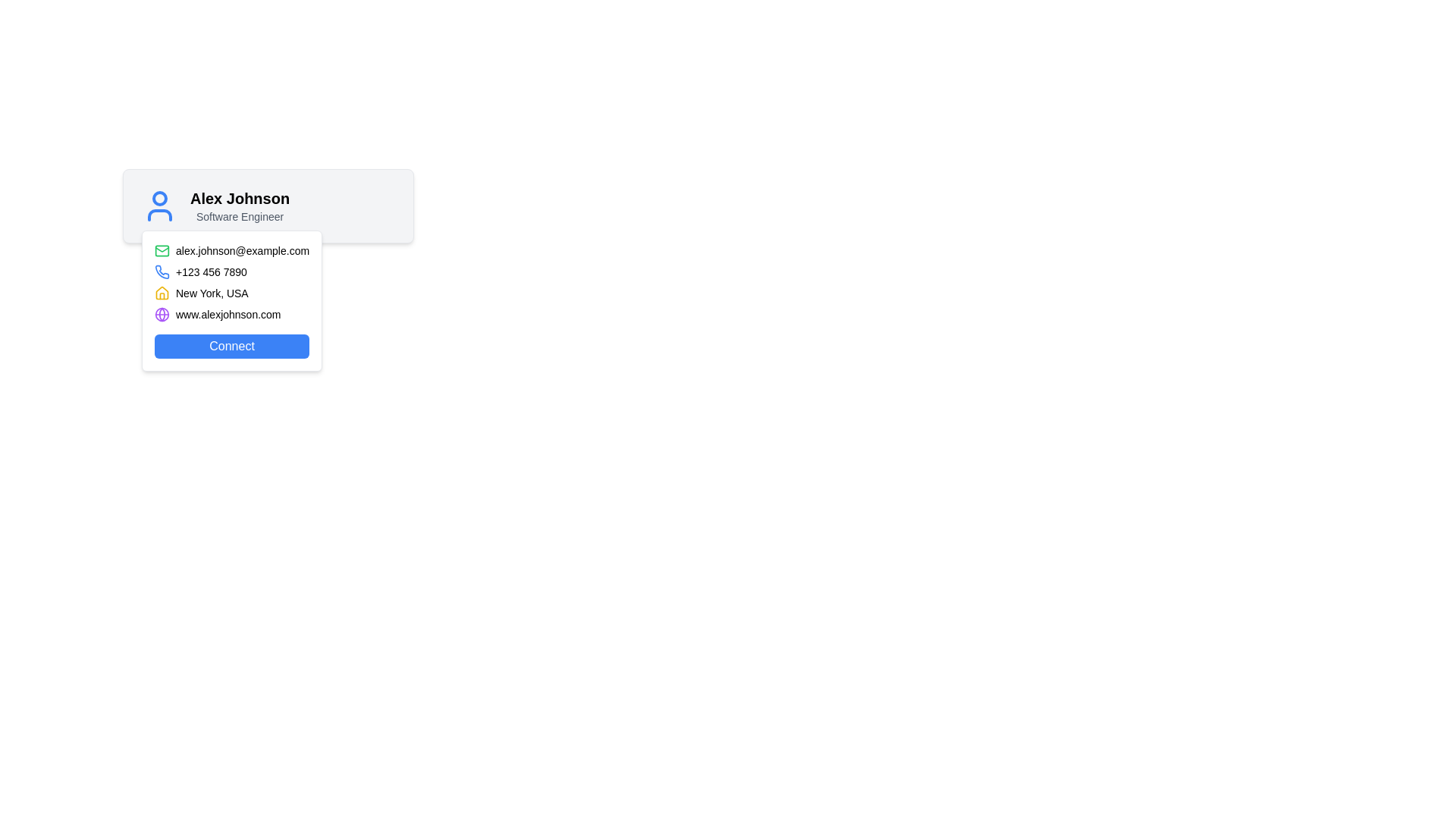 The height and width of the screenshot is (819, 1456). Describe the element at coordinates (210, 271) in the screenshot. I see `text display element that shows the user's contact phone number, located directly to the right of a blue phone icon and below an email address` at that location.